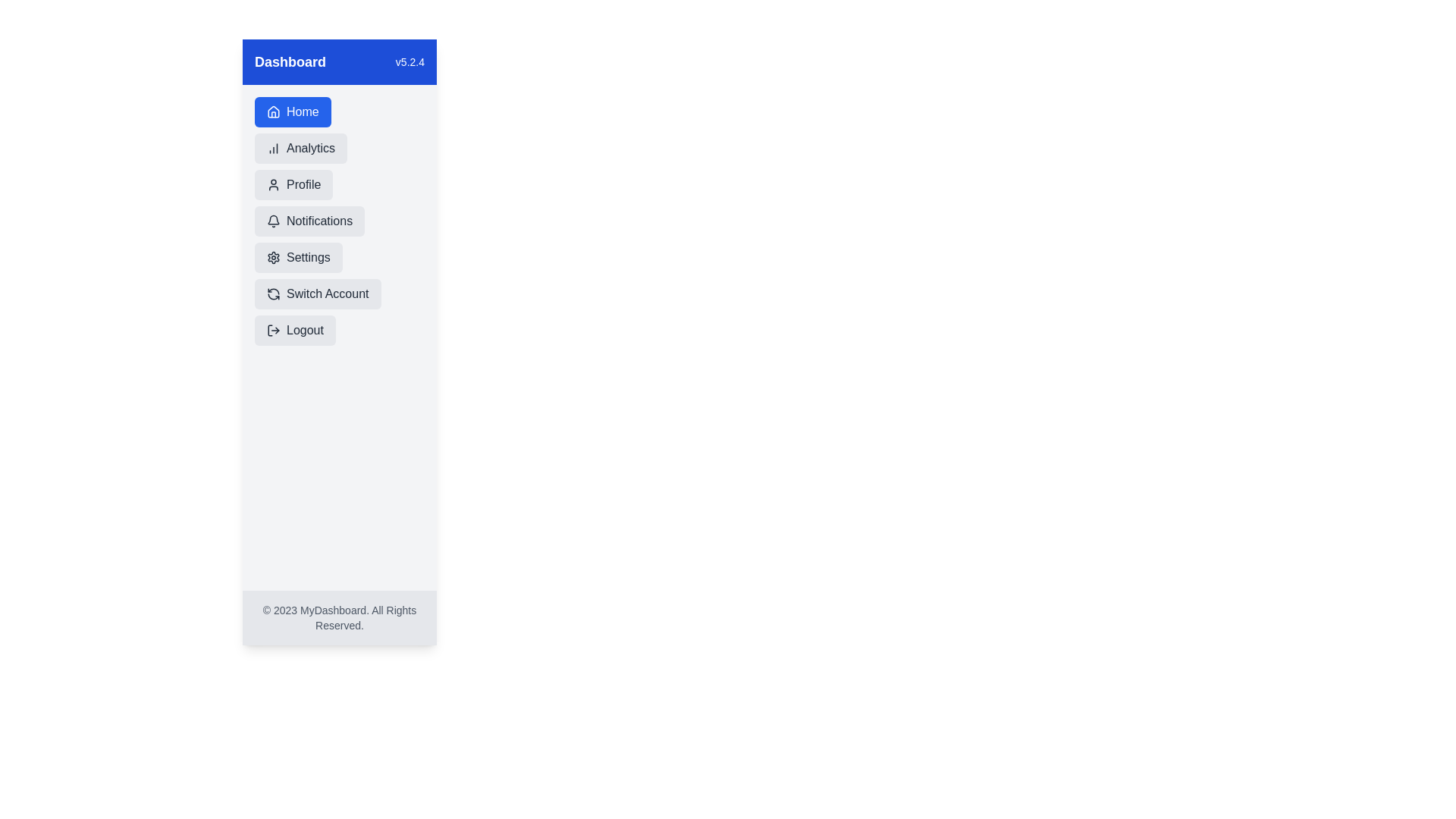 The width and height of the screenshot is (1456, 819). What do you see at coordinates (309, 221) in the screenshot?
I see `the notifications button located fourth in the vertical menu, under the Home, Analytics, and Profile buttons` at bounding box center [309, 221].